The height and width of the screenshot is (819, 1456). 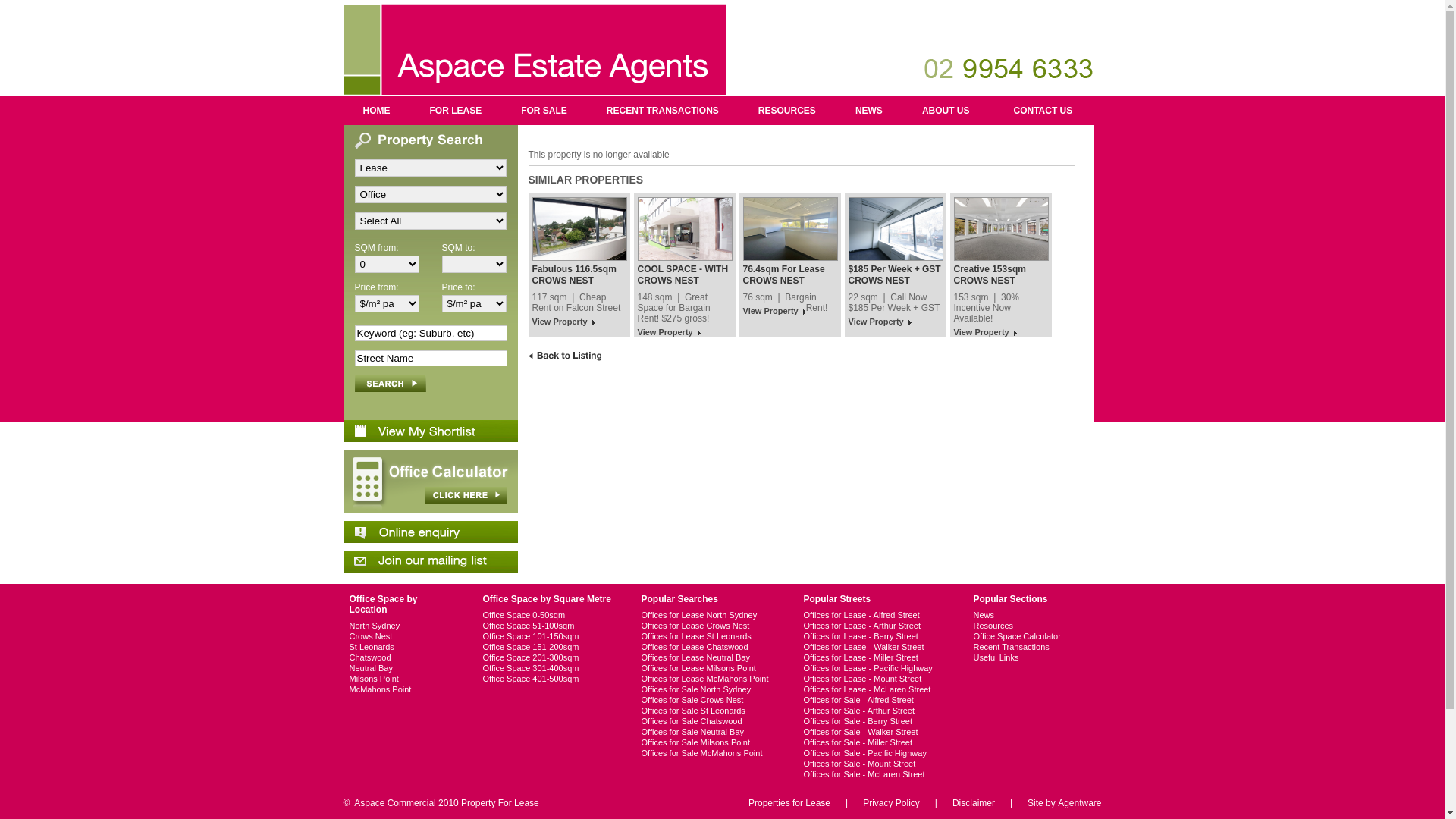 I want to click on 'Offices for Lease St Leonards', so click(x=709, y=636).